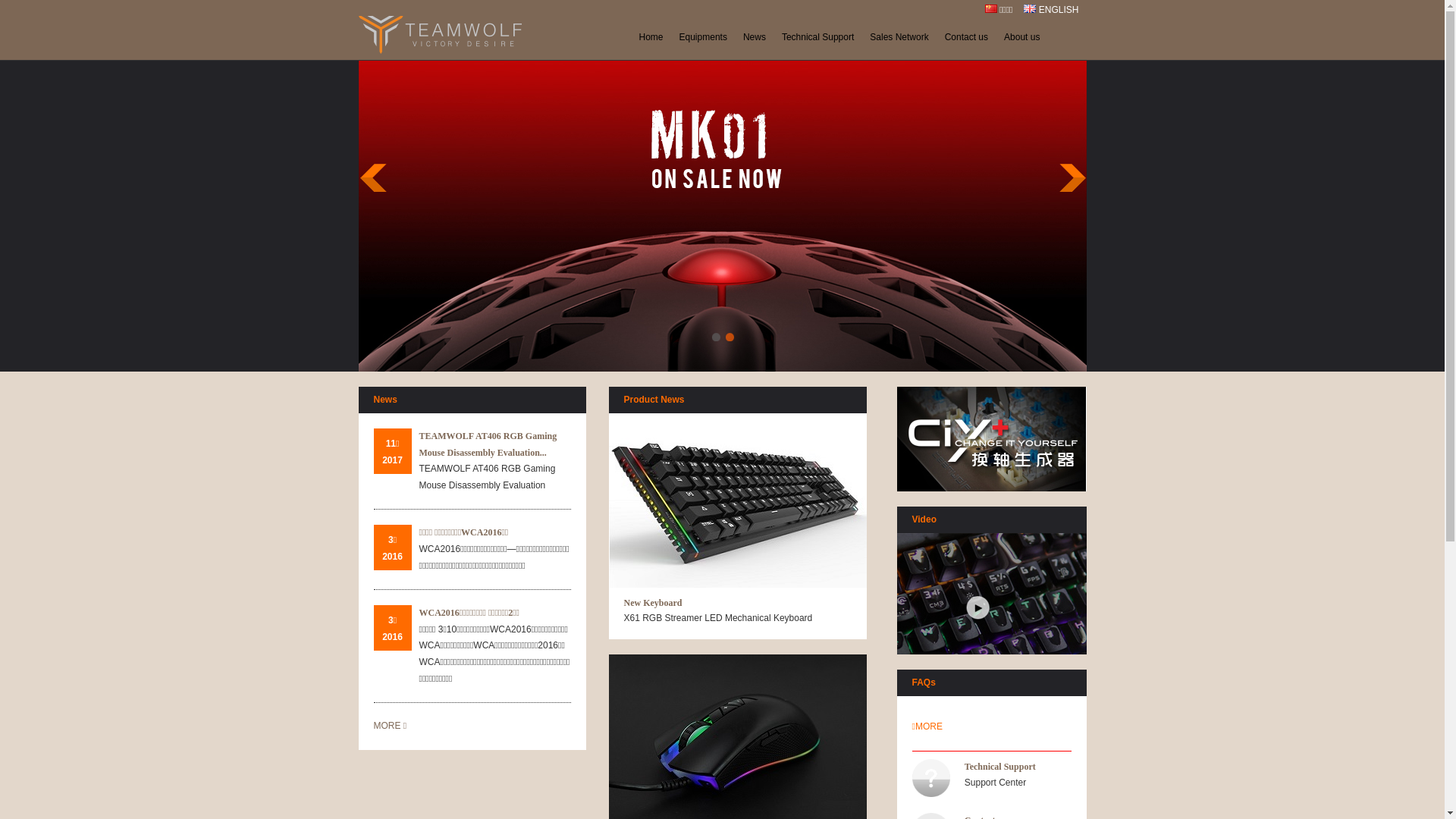  I want to click on 'Technical Support', so click(774, 36).